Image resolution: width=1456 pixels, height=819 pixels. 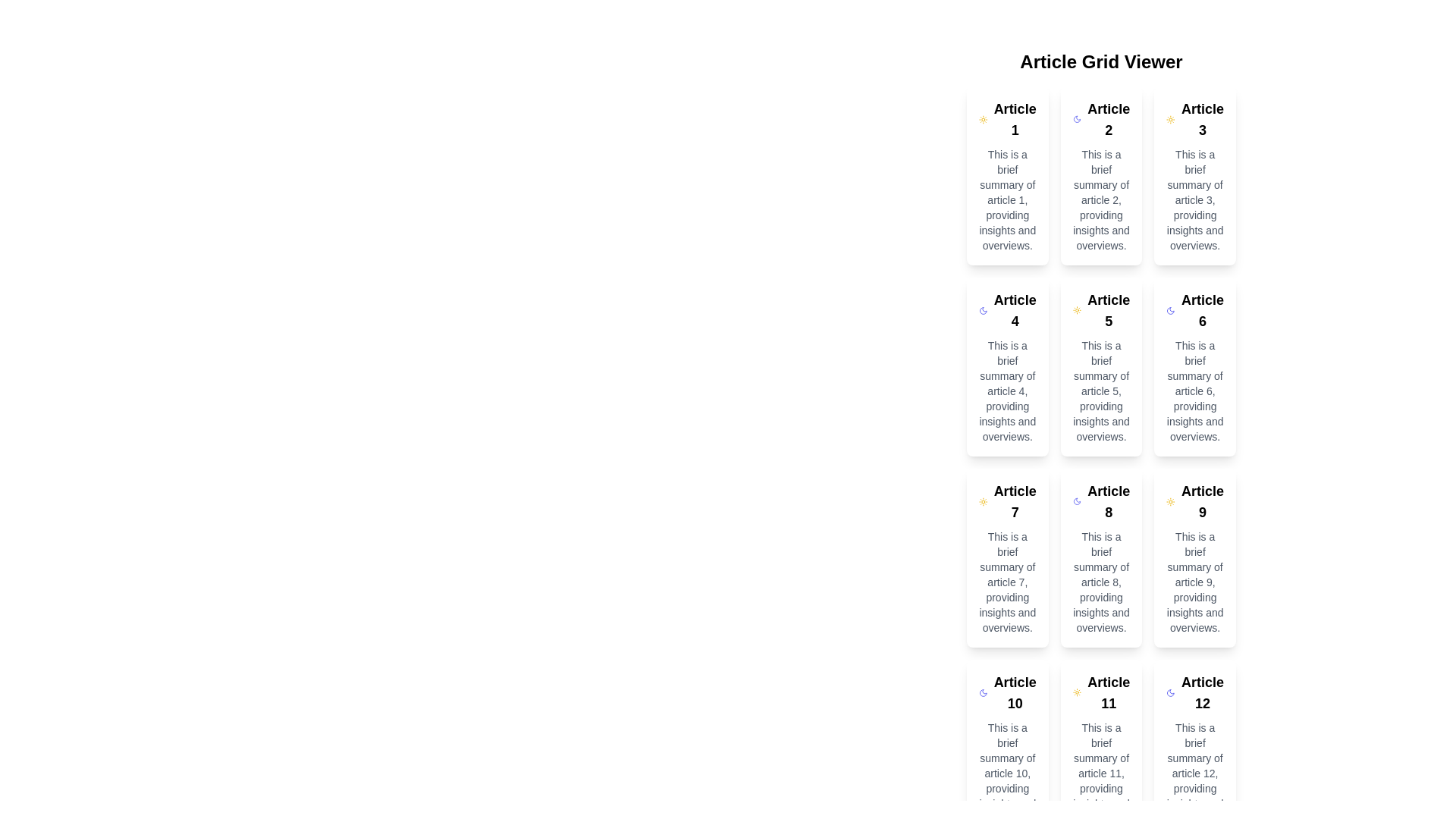 What do you see at coordinates (1170, 309) in the screenshot?
I see `the 'Article 6' icon, which is a night or moon-themed representation located to the left of the 'Article 6' text in a card layout` at bounding box center [1170, 309].